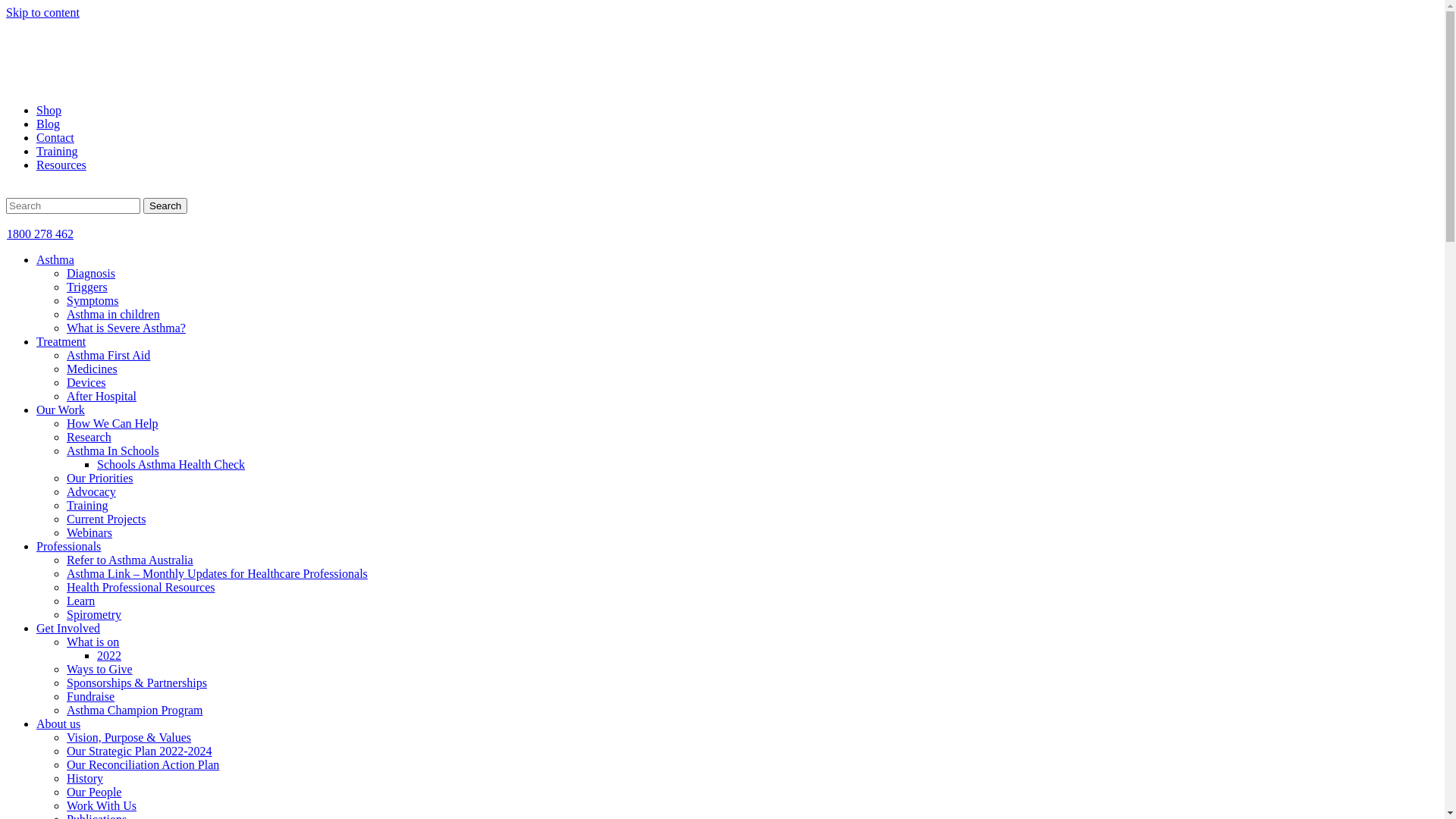 Image resolution: width=1456 pixels, height=819 pixels. What do you see at coordinates (49, 109) in the screenshot?
I see `'Shop'` at bounding box center [49, 109].